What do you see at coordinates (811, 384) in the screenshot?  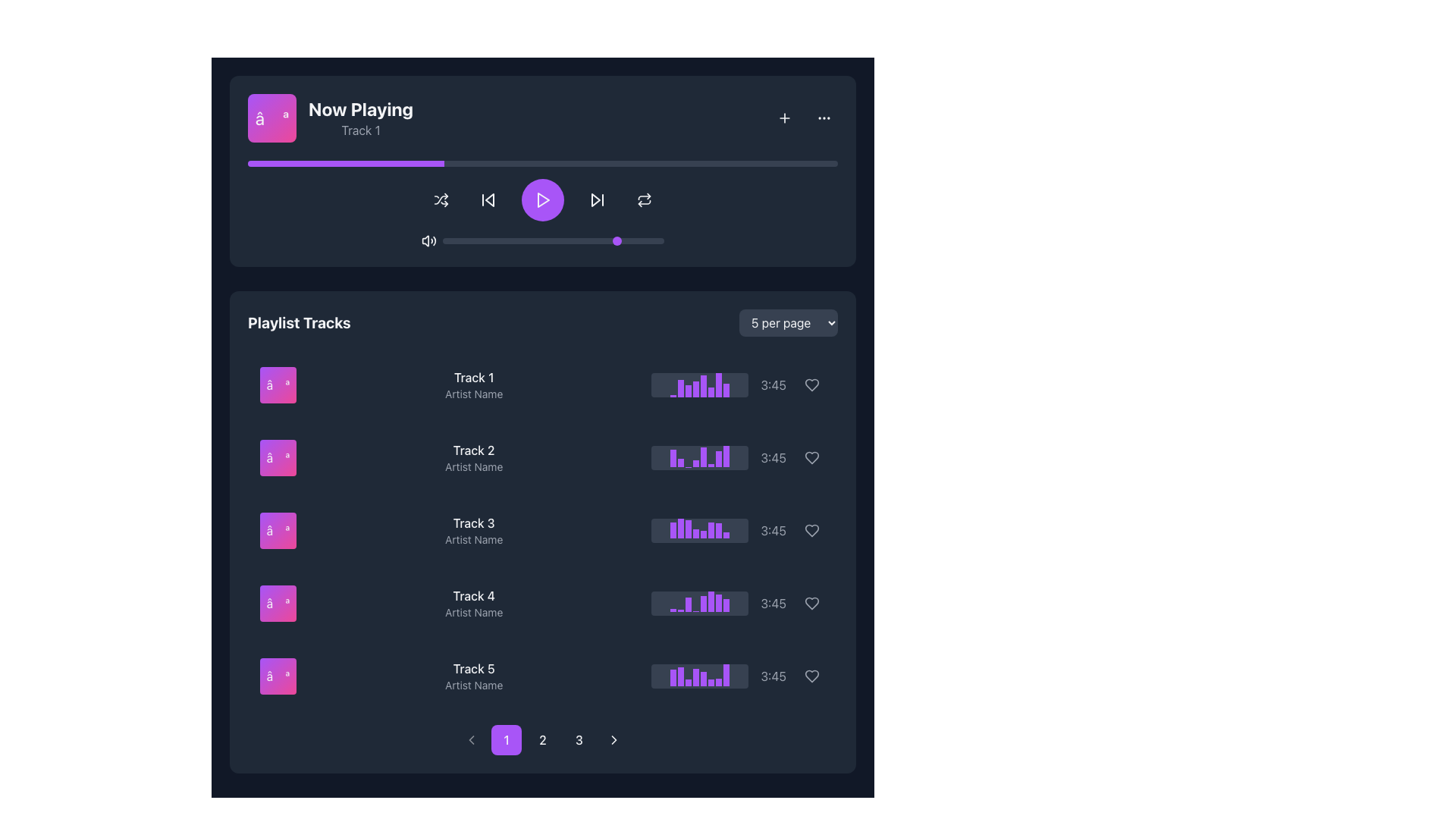 I see `the favorite icon button located on the far right side of the first playlist track row, next to the track duration '3:45'` at bounding box center [811, 384].